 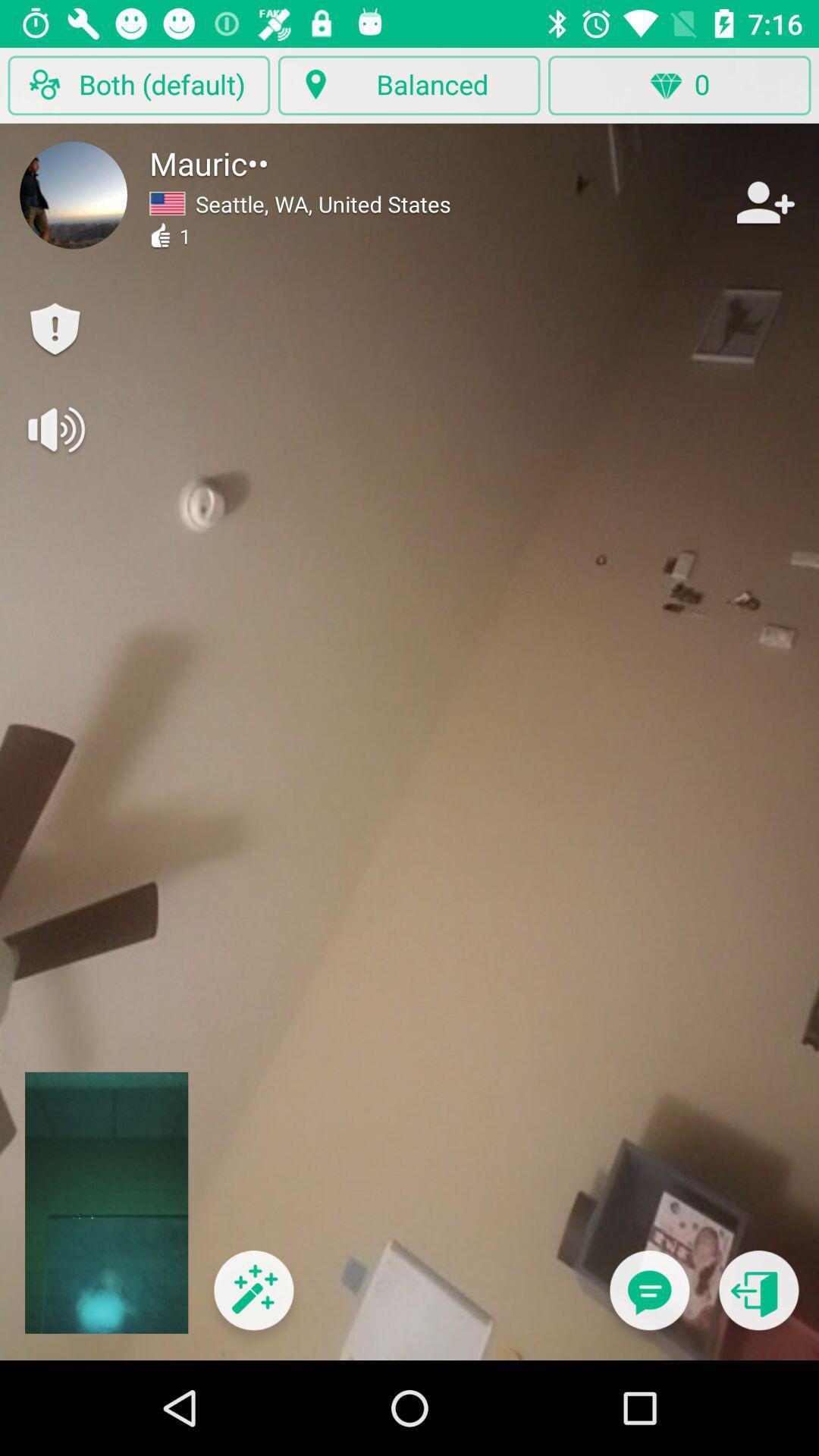 I want to click on enhance, so click(x=253, y=1299).